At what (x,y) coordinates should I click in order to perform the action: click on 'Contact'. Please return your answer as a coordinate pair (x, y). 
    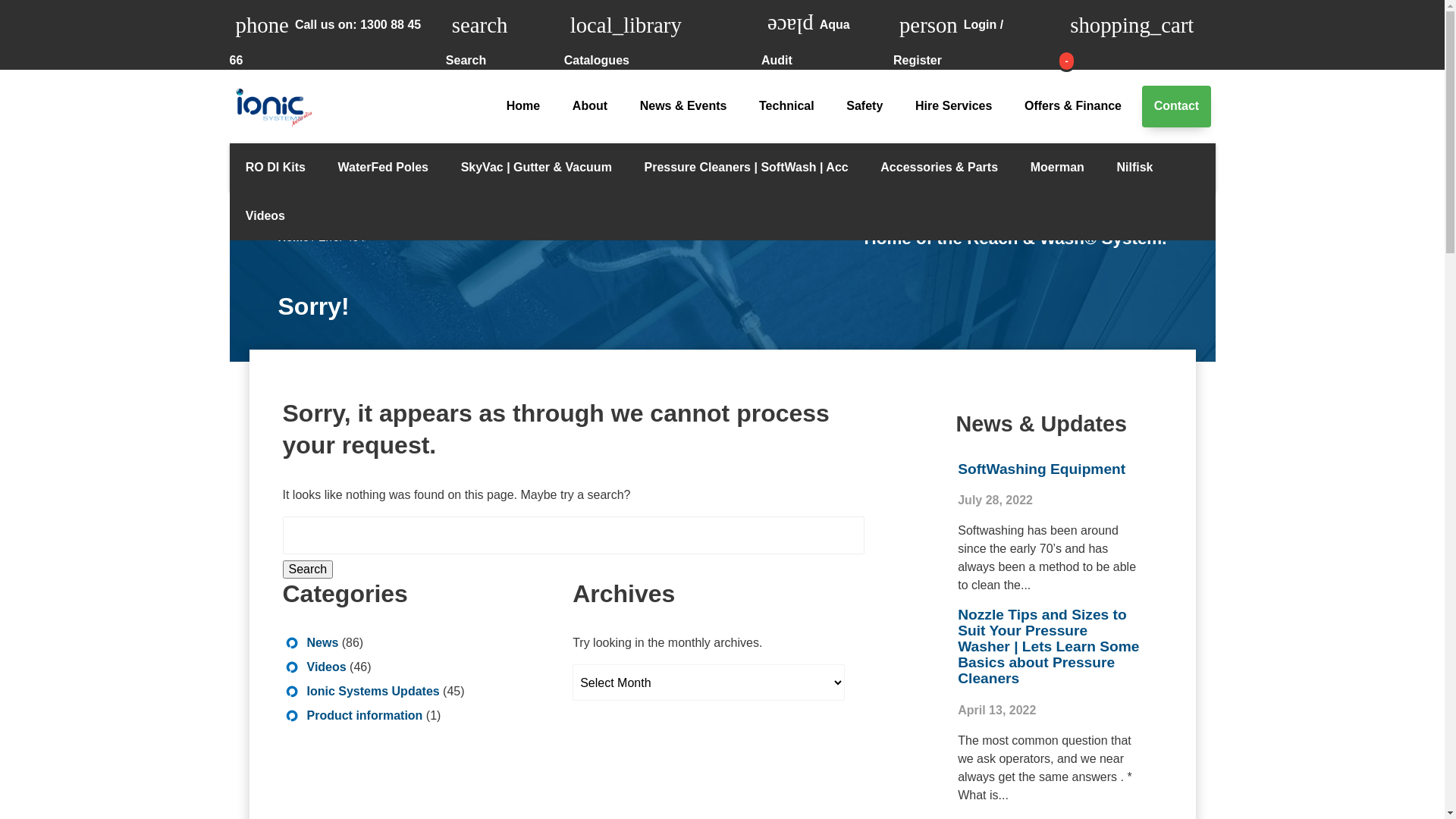
    Looking at the image, I should click on (1175, 105).